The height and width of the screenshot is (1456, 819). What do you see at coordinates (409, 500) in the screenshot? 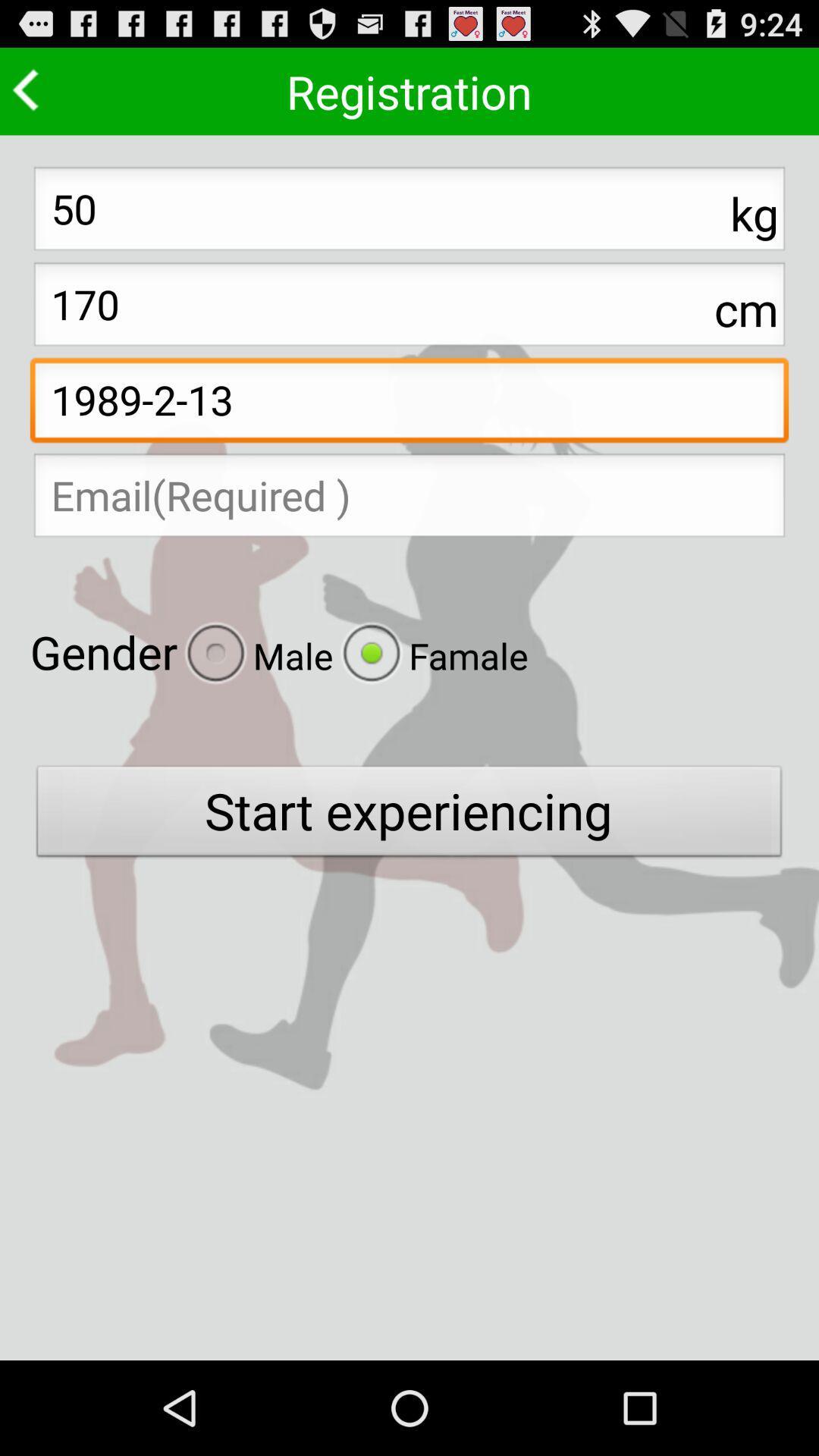
I see `your email` at bounding box center [409, 500].